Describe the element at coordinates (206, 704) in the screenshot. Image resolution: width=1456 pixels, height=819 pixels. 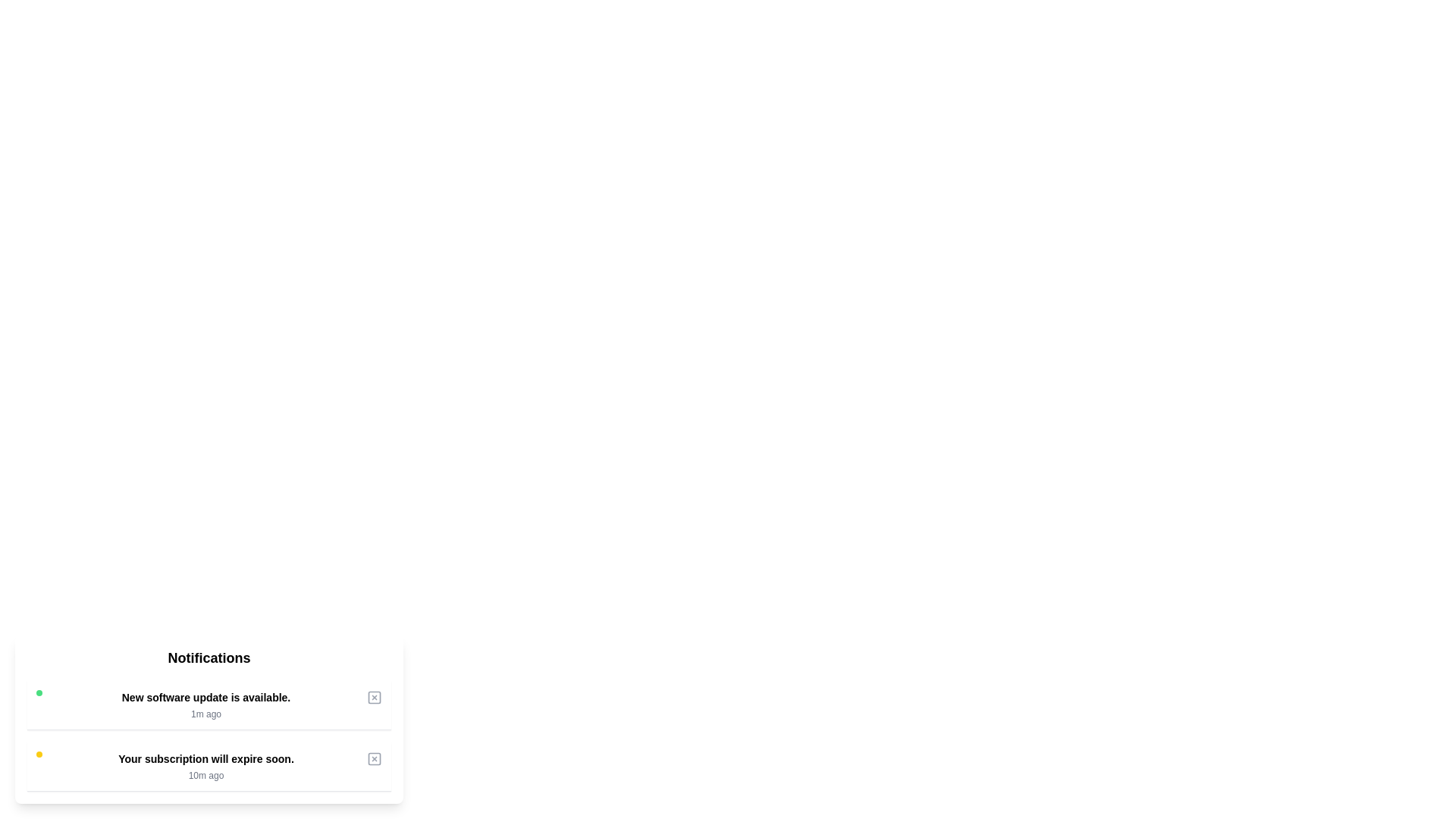
I see `notification text that states 'New software update is available.' from the notification list item, which is visually distinct with stacked text components` at that location.